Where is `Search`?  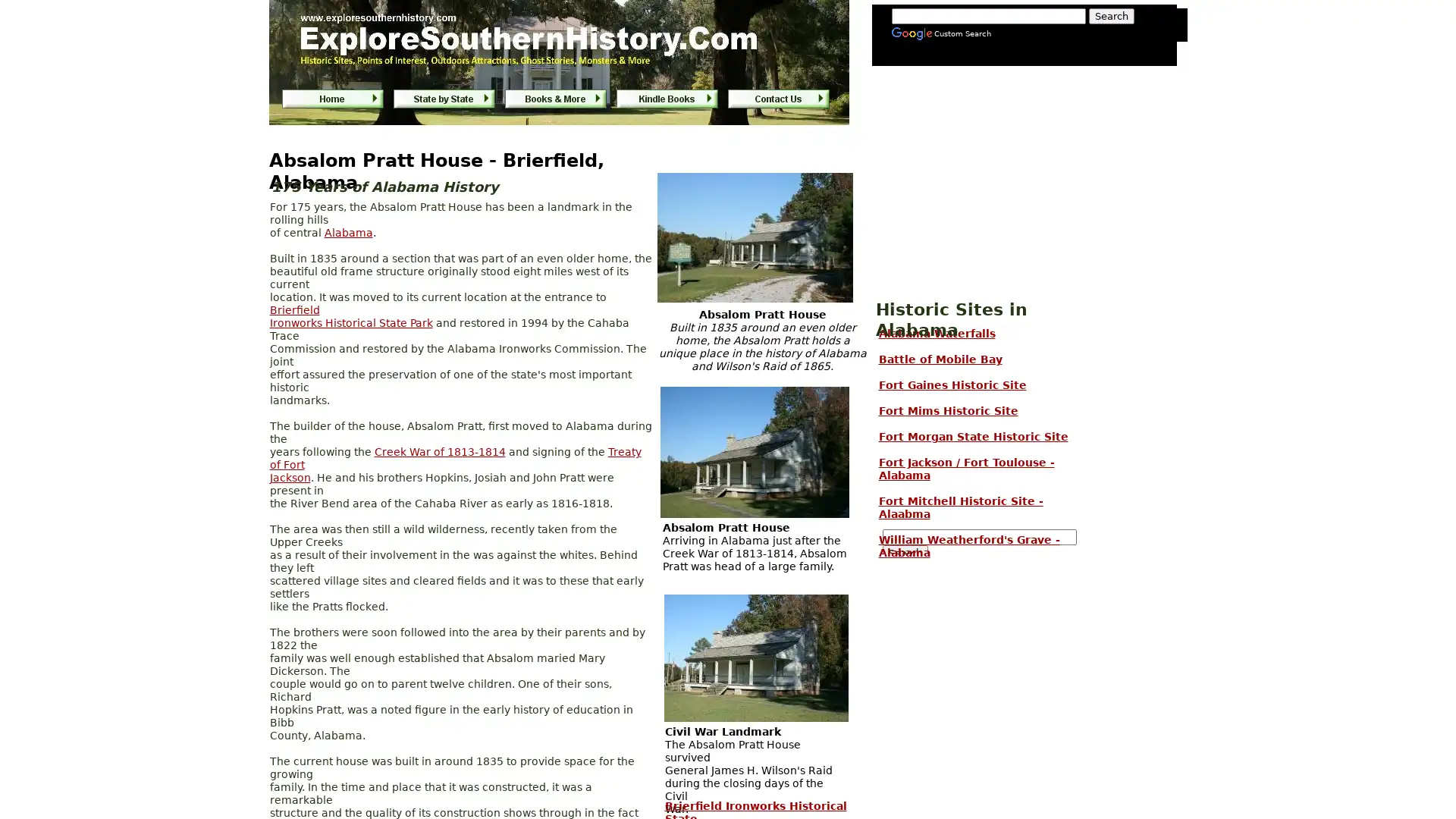 Search is located at coordinates (1110, 16).